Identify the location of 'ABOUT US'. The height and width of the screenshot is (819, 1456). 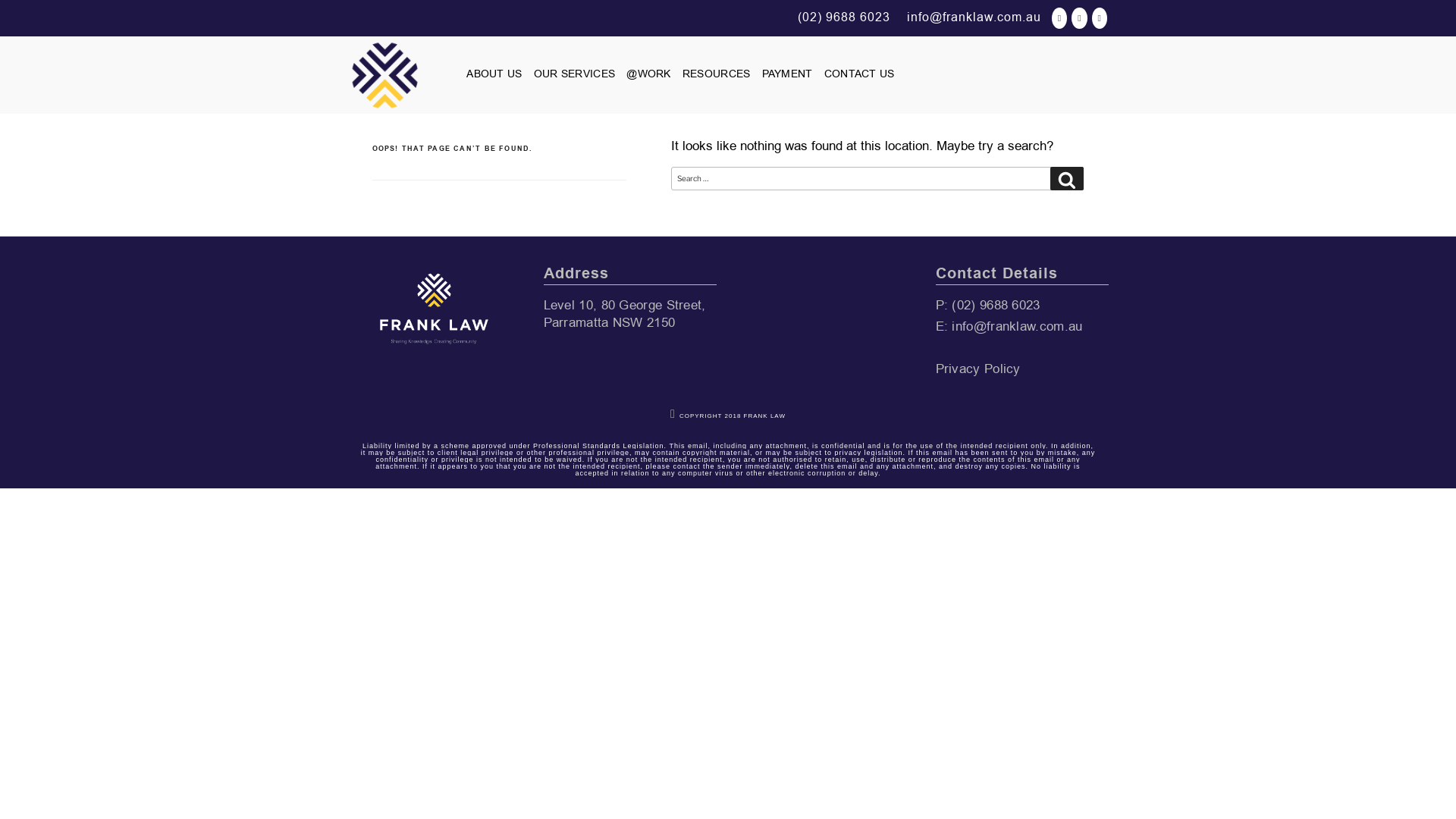
(494, 74).